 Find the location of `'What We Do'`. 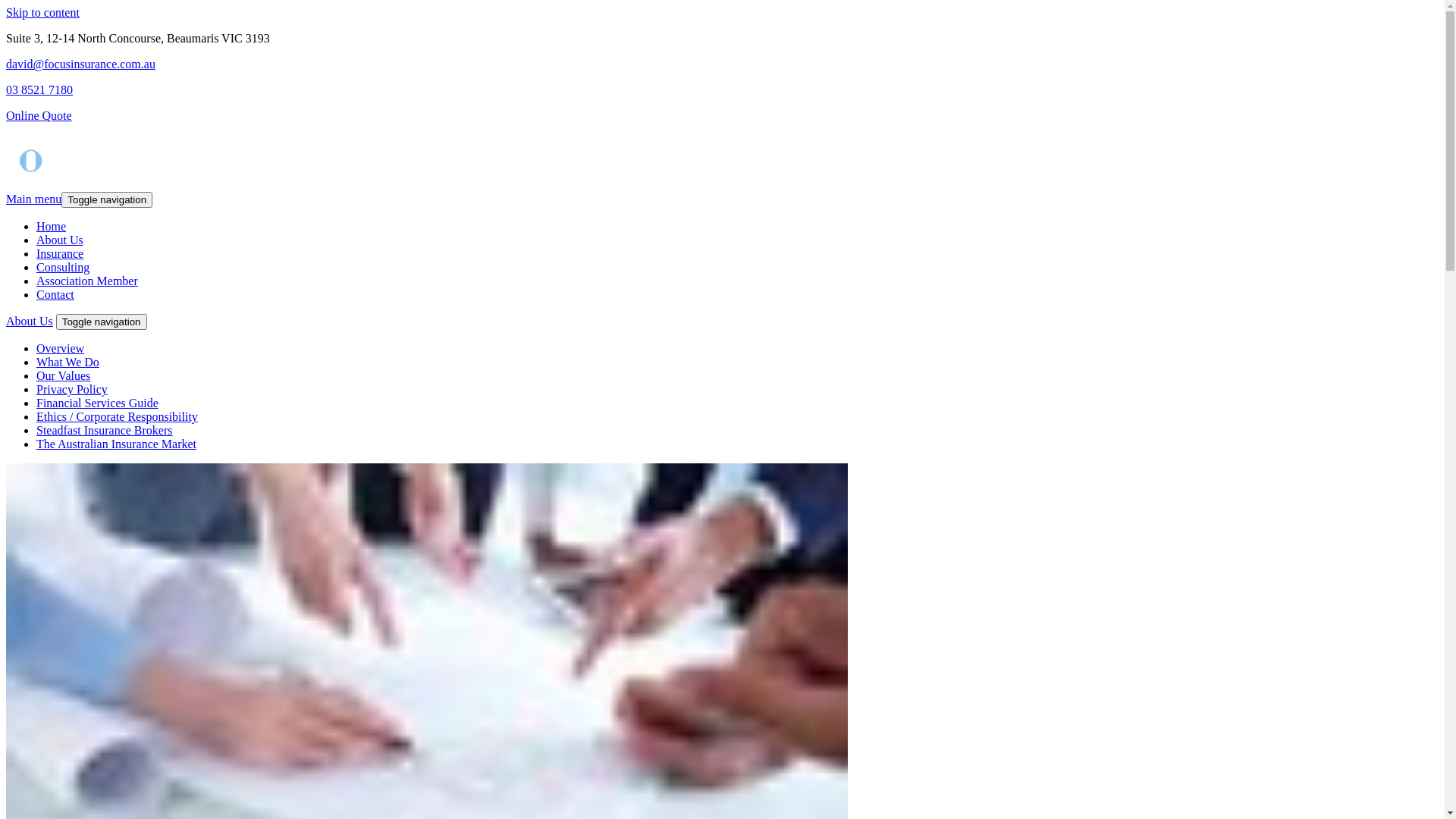

'What We Do' is located at coordinates (67, 362).